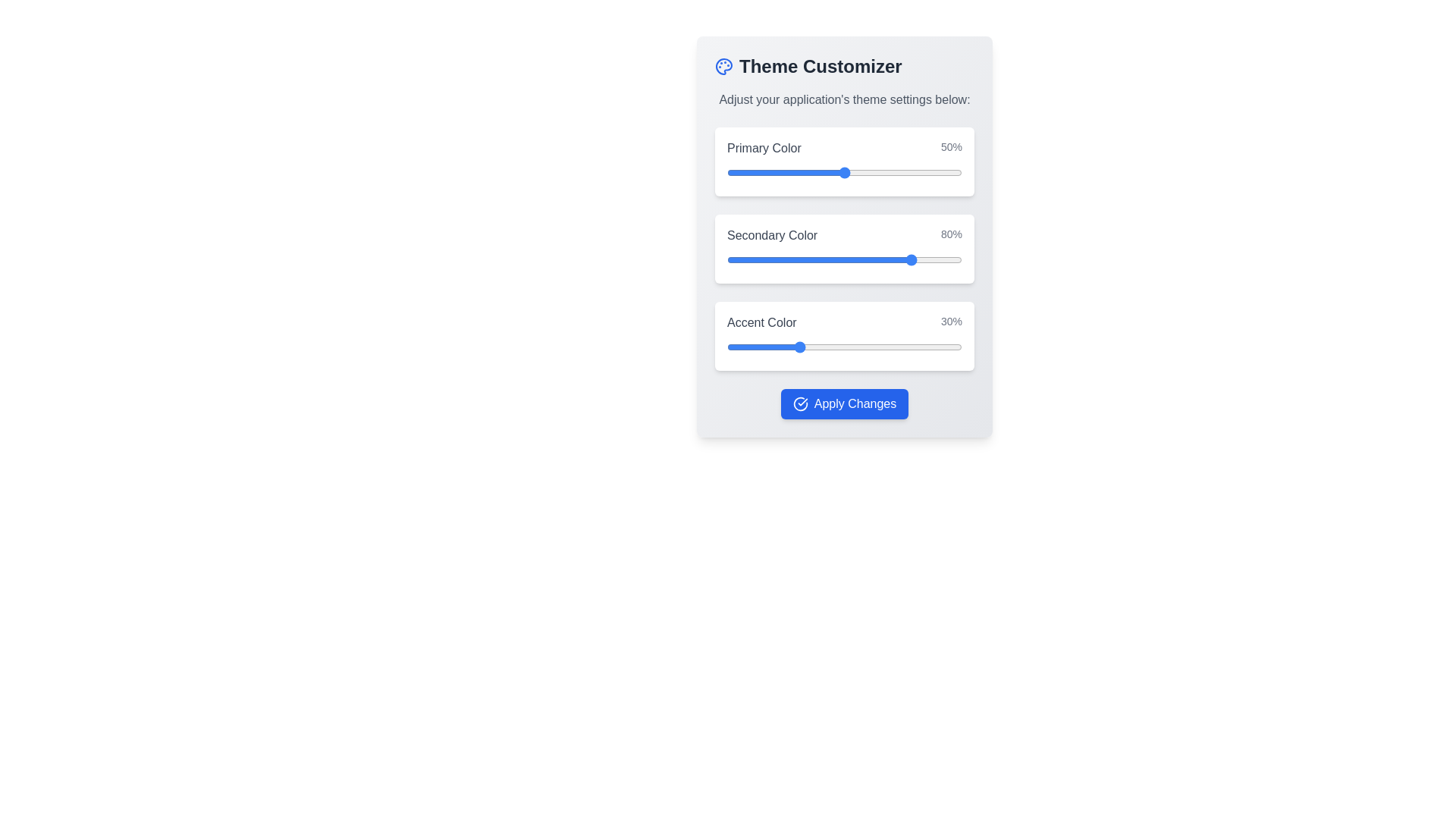  What do you see at coordinates (912, 259) in the screenshot?
I see `the secondary color value` at bounding box center [912, 259].